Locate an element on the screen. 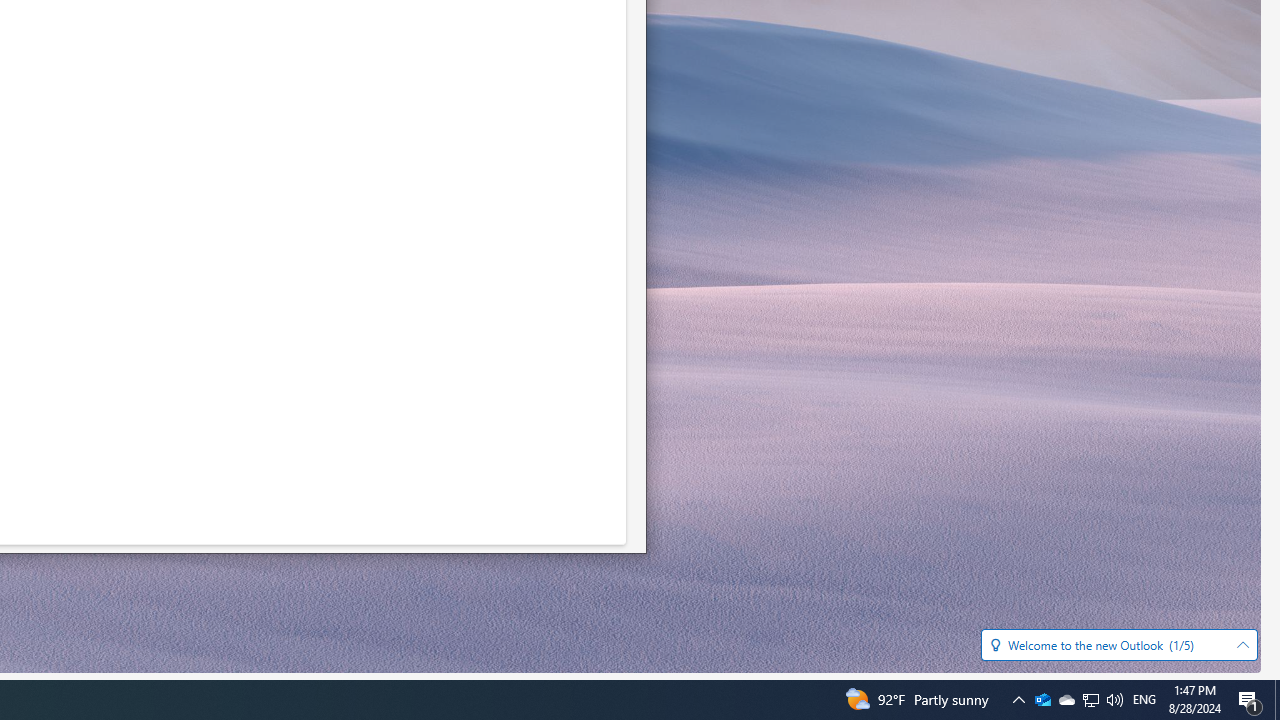 This screenshot has width=1280, height=720. 'Tray Input Indicator - English (United States)' is located at coordinates (1144, 698).